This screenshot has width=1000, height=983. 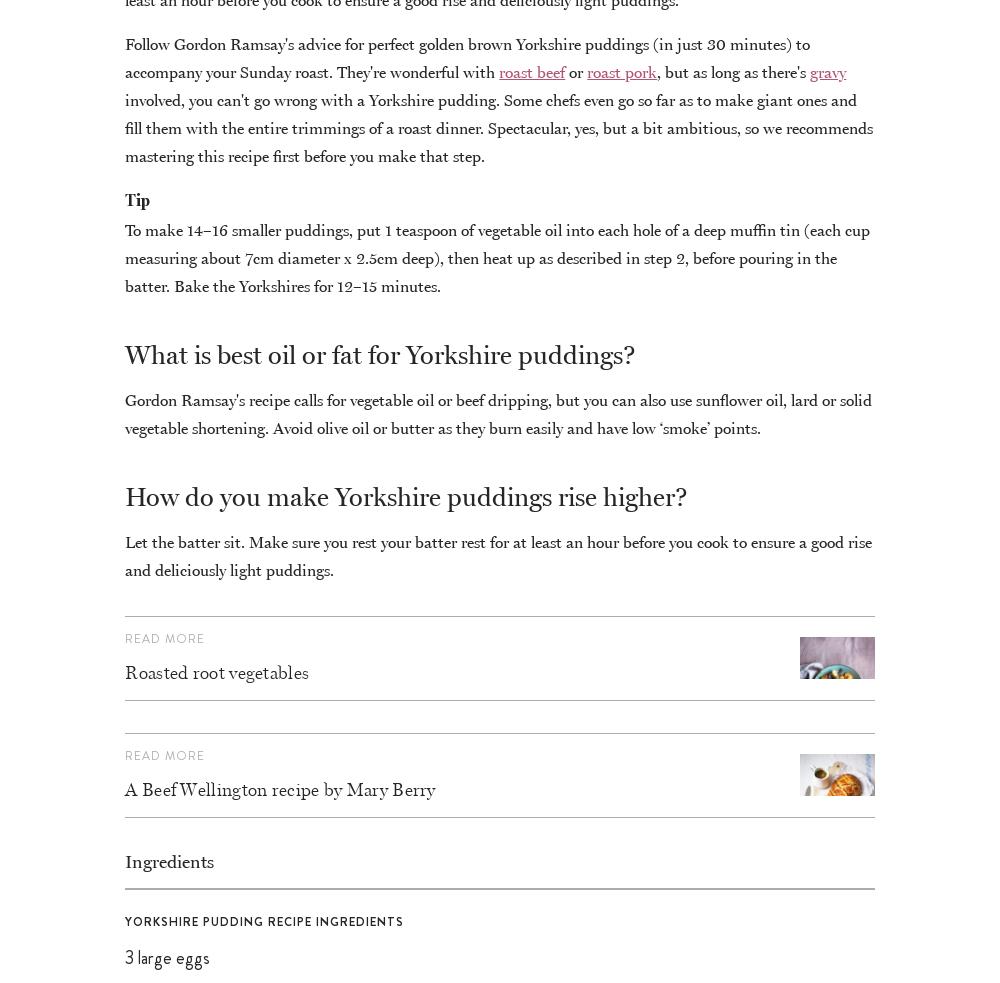 I want to click on 'Yorkshire pudding recipe ingredients', so click(x=125, y=920).